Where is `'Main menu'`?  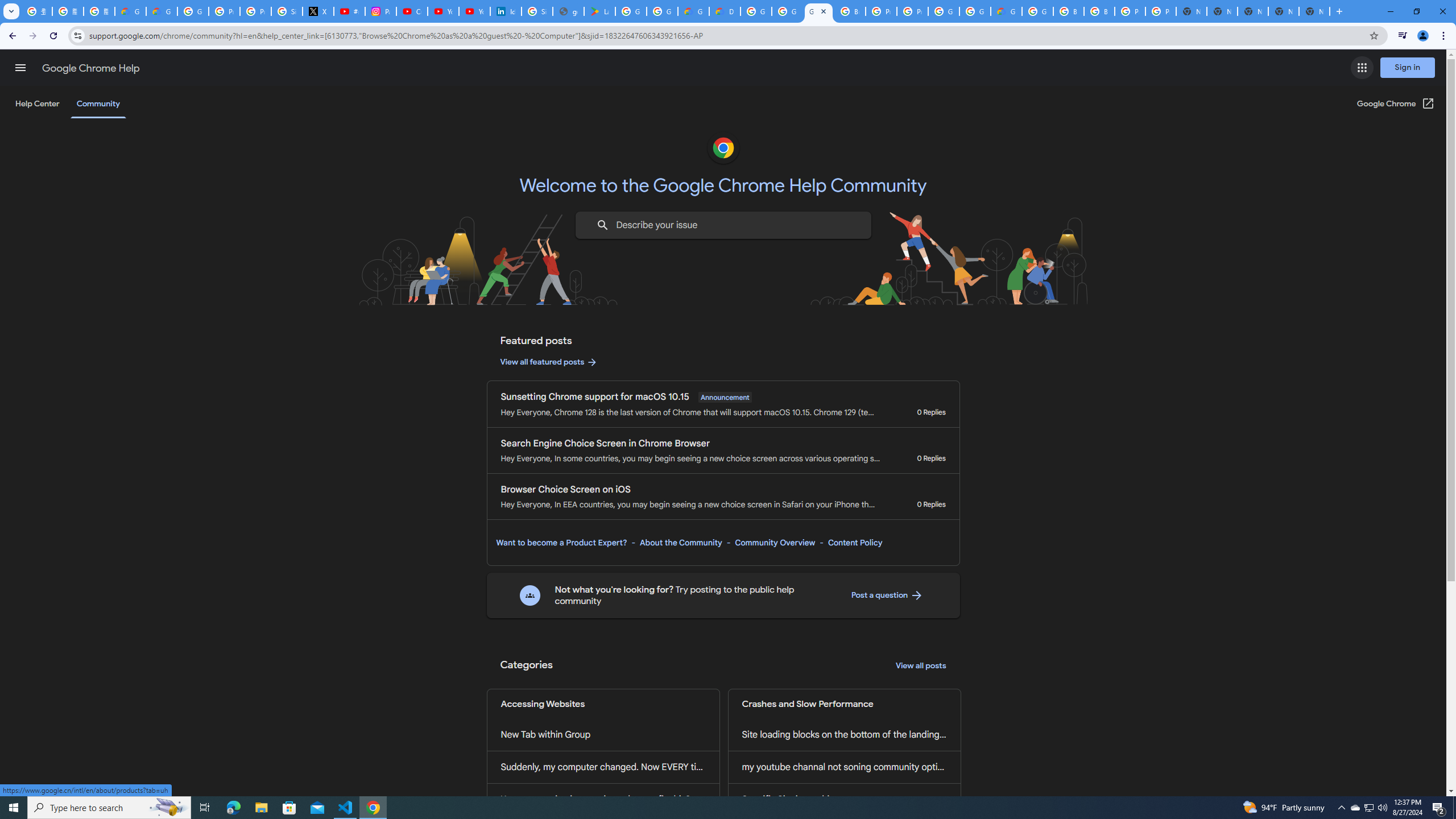 'Main menu' is located at coordinates (19, 67).